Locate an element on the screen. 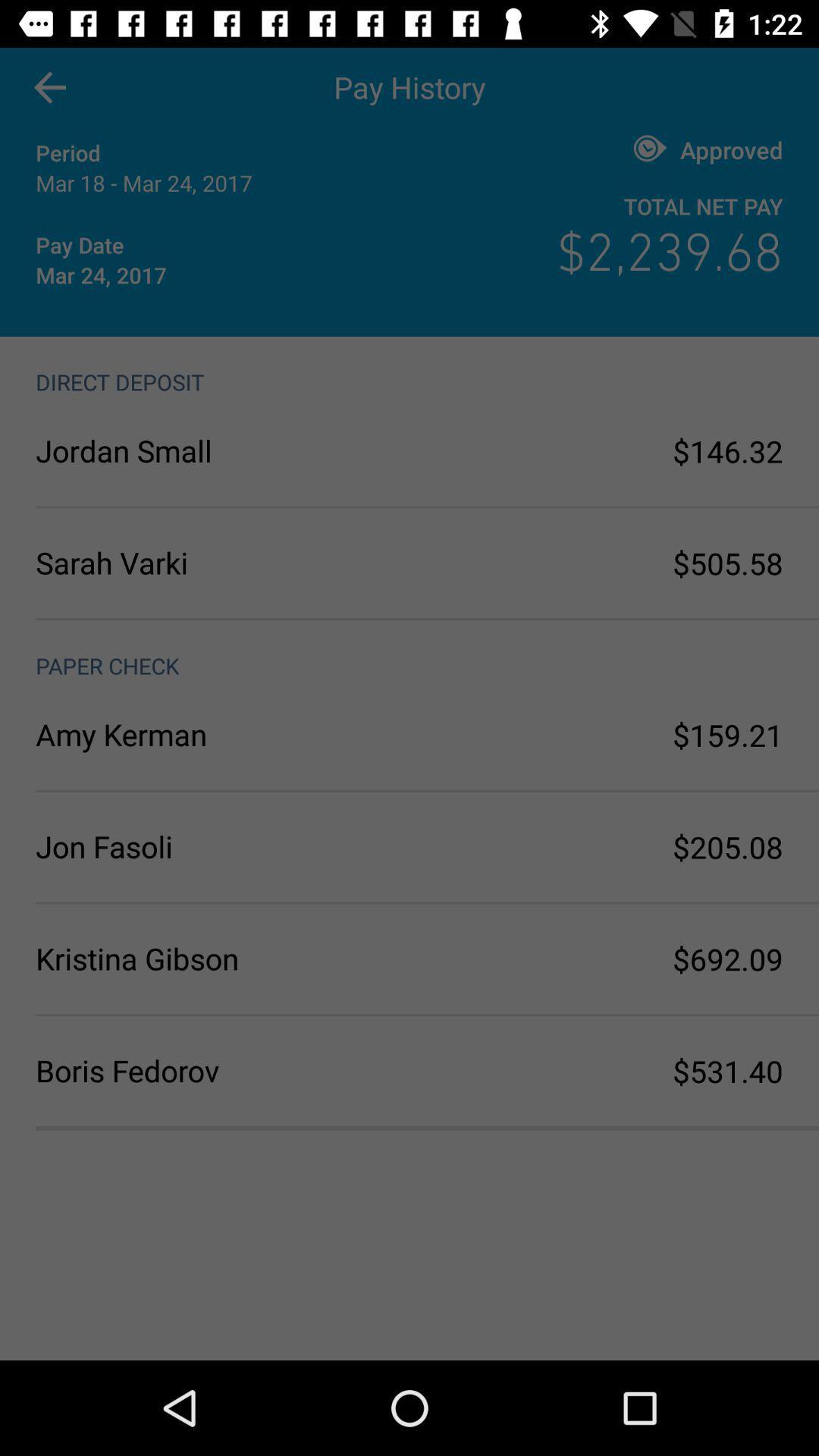 The width and height of the screenshot is (819, 1456). the icon above kristina gibson icon is located at coordinates (222, 846).